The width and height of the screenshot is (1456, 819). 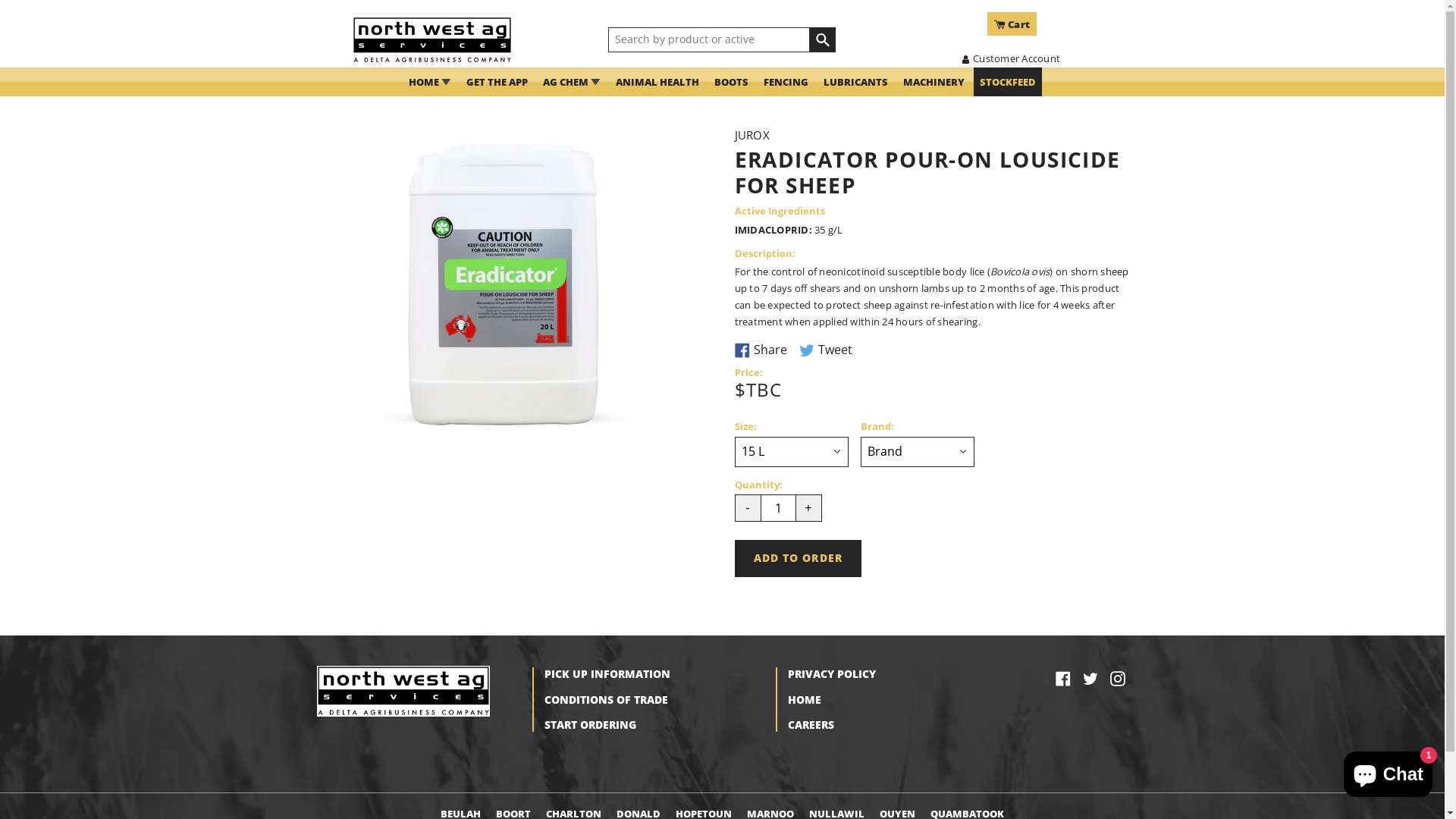 What do you see at coordinates (1010, 58) in the screenshot?
I see `'Customer Account'` at bounding box center [1010, 58].